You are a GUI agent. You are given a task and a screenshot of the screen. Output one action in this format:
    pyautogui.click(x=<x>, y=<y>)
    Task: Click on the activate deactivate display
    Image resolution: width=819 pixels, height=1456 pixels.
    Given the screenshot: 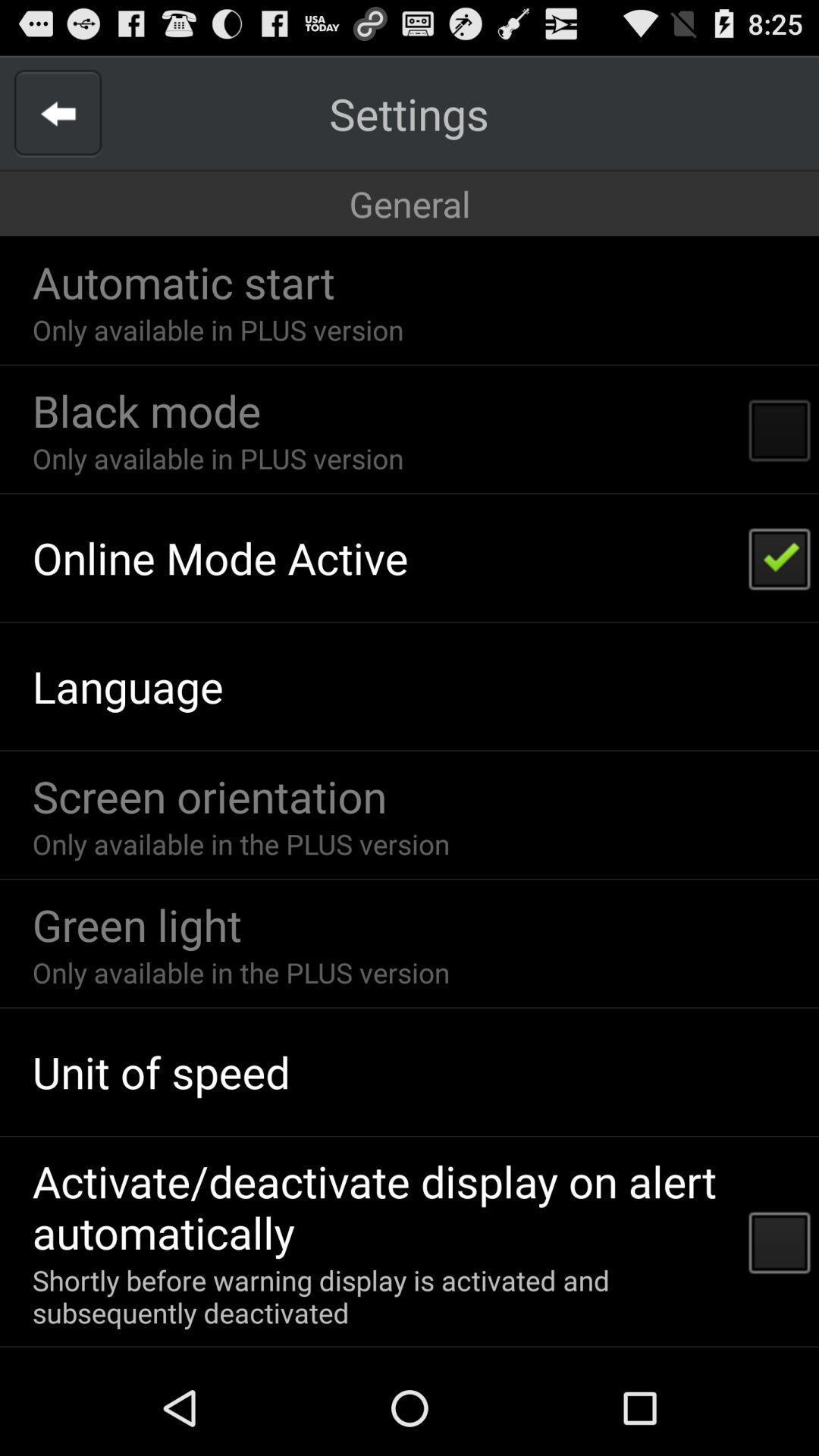 What is the action you would take?
    pyautogui.click(x=380, y=1206)
    